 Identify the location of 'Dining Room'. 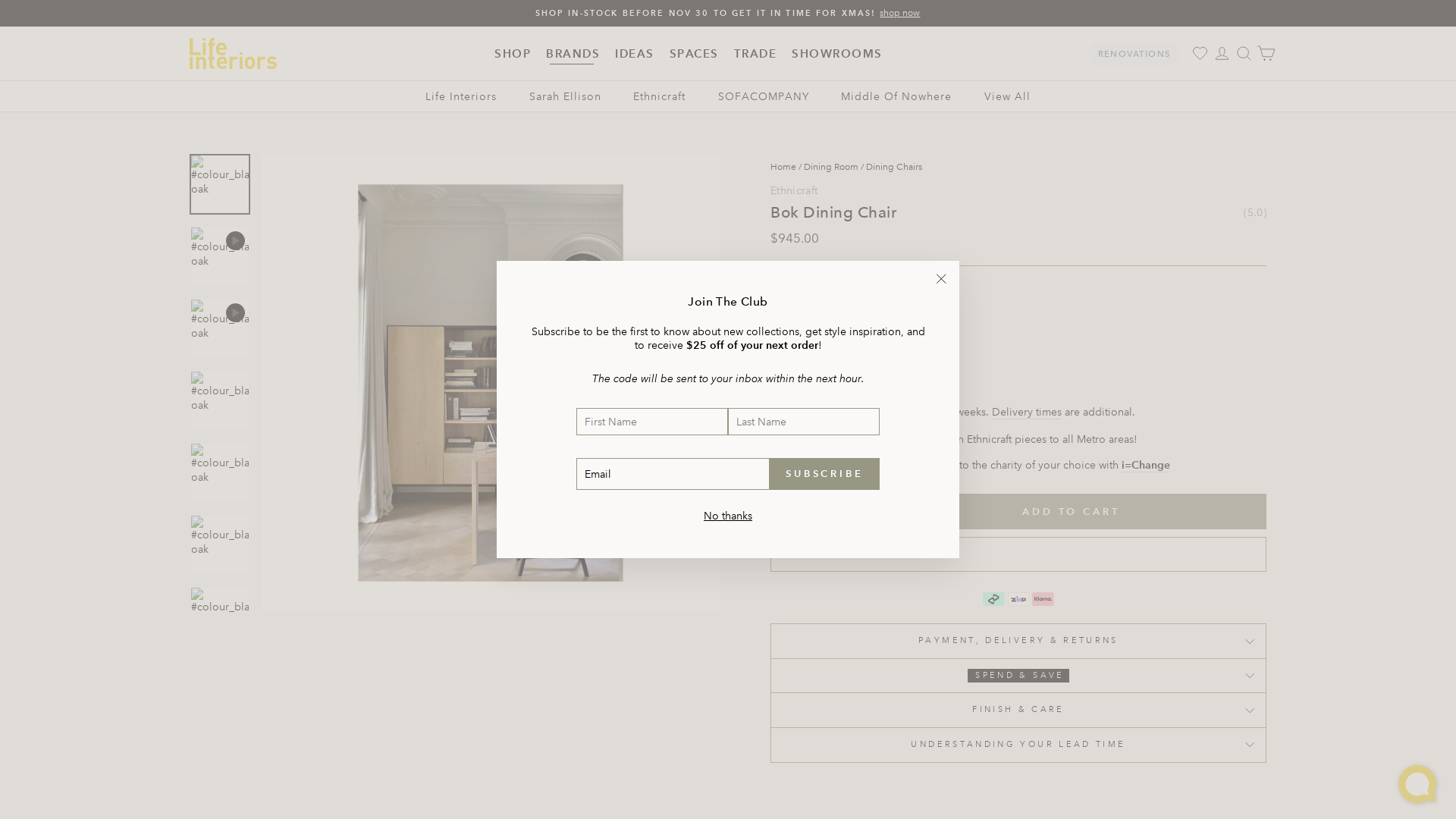
(830, 167).